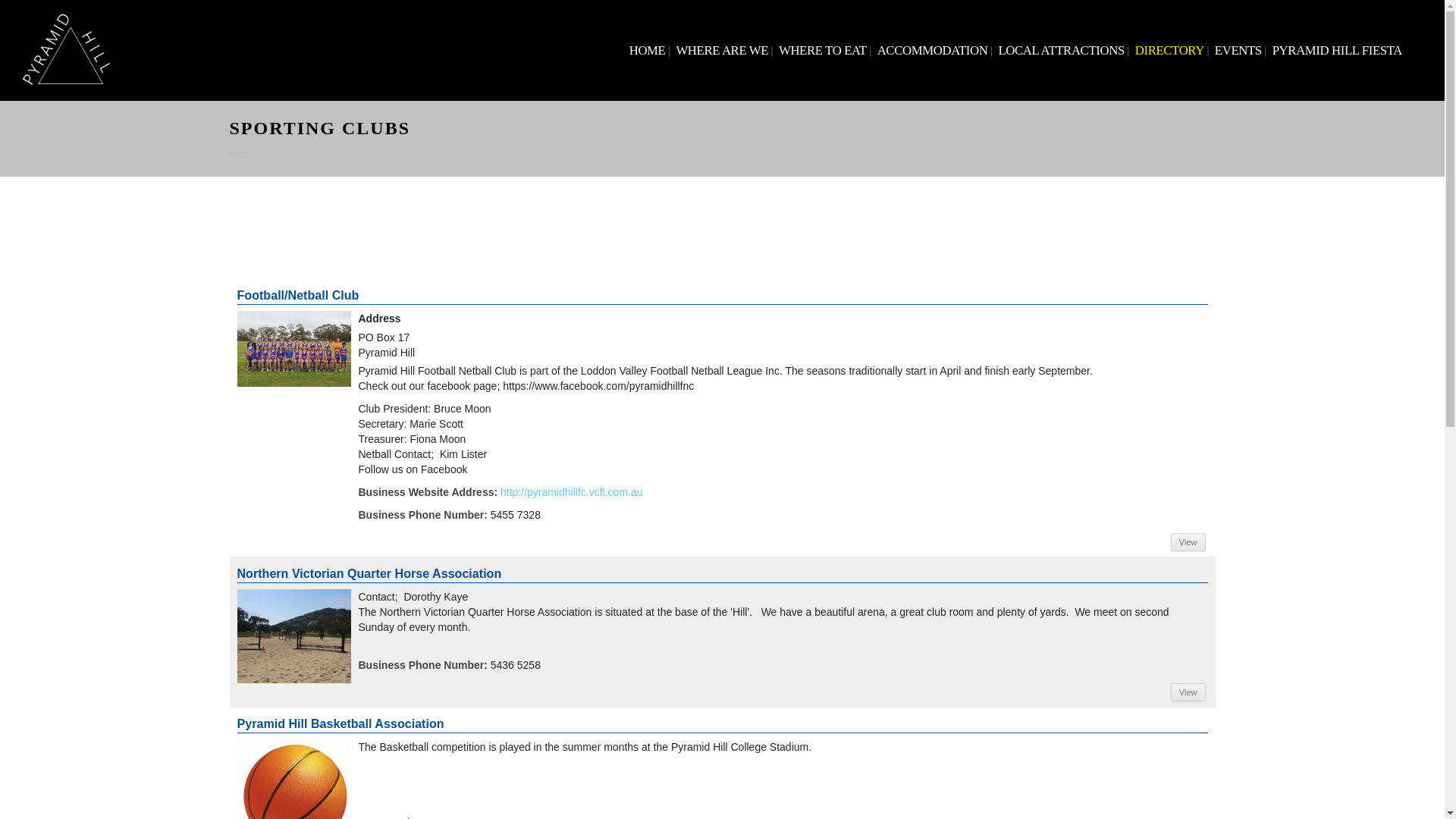 This screenshot has height=819, width=1456. What do you see at coordinates (931, 49) in the screenshot?
I see `'ACCOMMODATION'` at bounding box center [931, 49].